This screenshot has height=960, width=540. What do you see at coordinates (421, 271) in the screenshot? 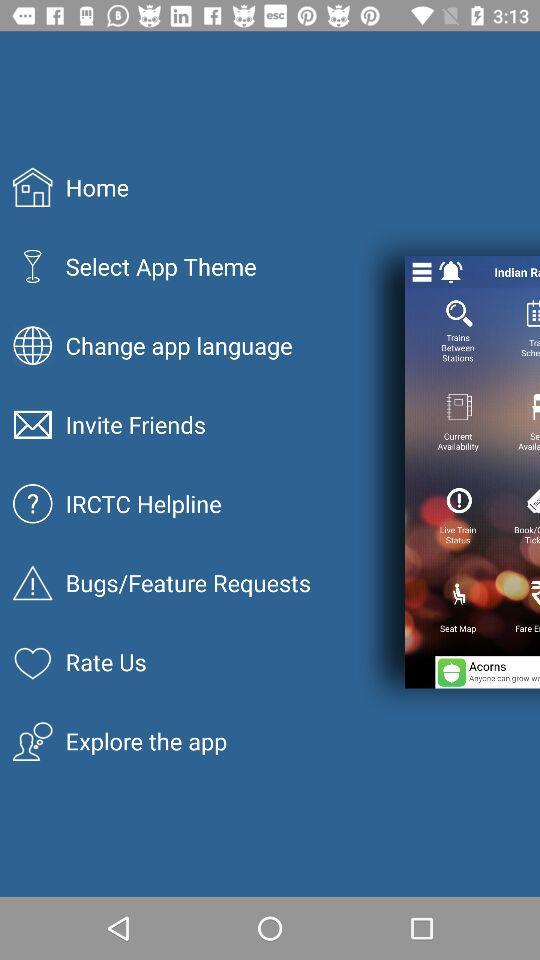
I see `settings` at bounding box center [421, 271].